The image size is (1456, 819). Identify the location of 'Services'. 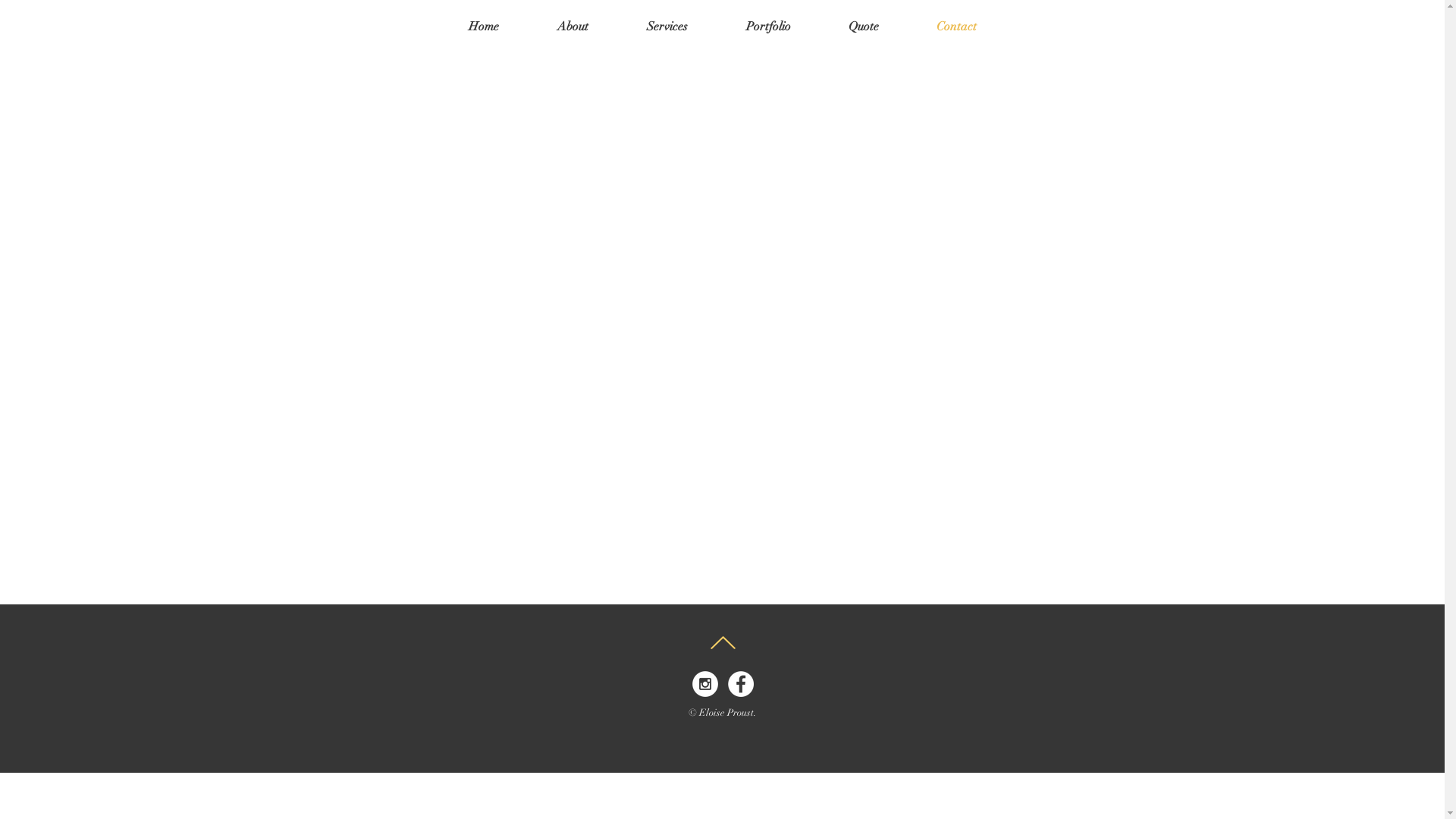
(667, 26).